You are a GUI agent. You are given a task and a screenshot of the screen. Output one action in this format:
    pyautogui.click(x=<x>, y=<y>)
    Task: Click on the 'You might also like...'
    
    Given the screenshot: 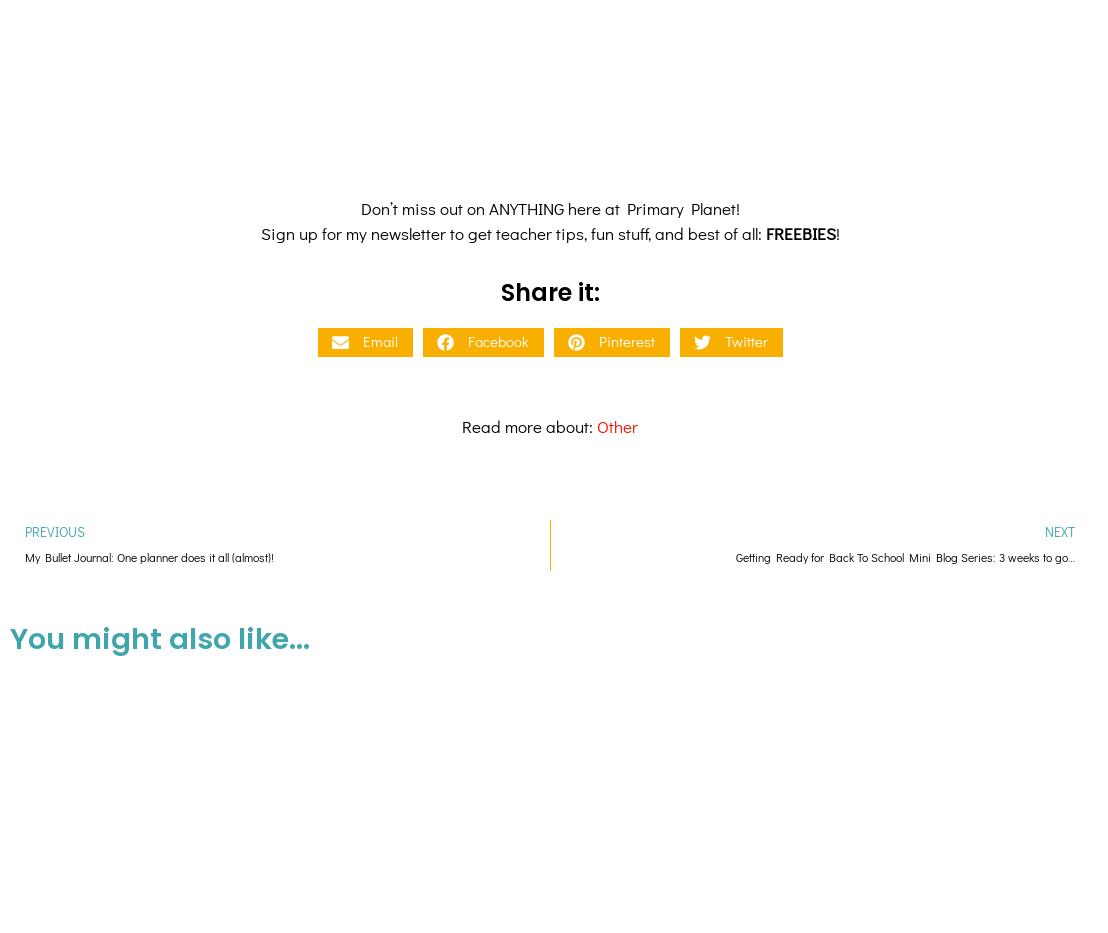 What is the action you would take?
    pyautogui.click(x=9, y=467)
    